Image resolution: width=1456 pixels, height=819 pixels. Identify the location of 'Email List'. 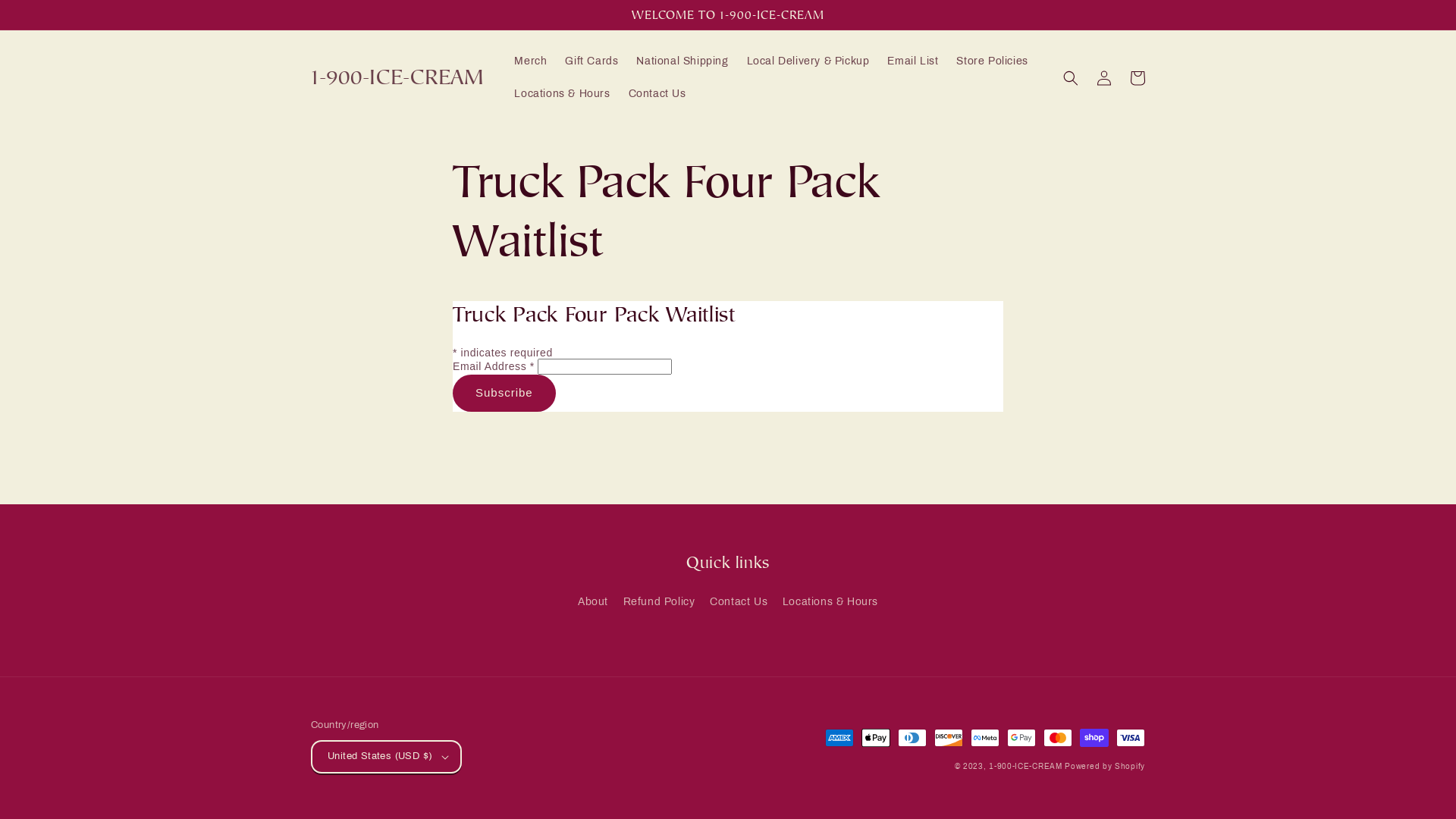
(912, 61).